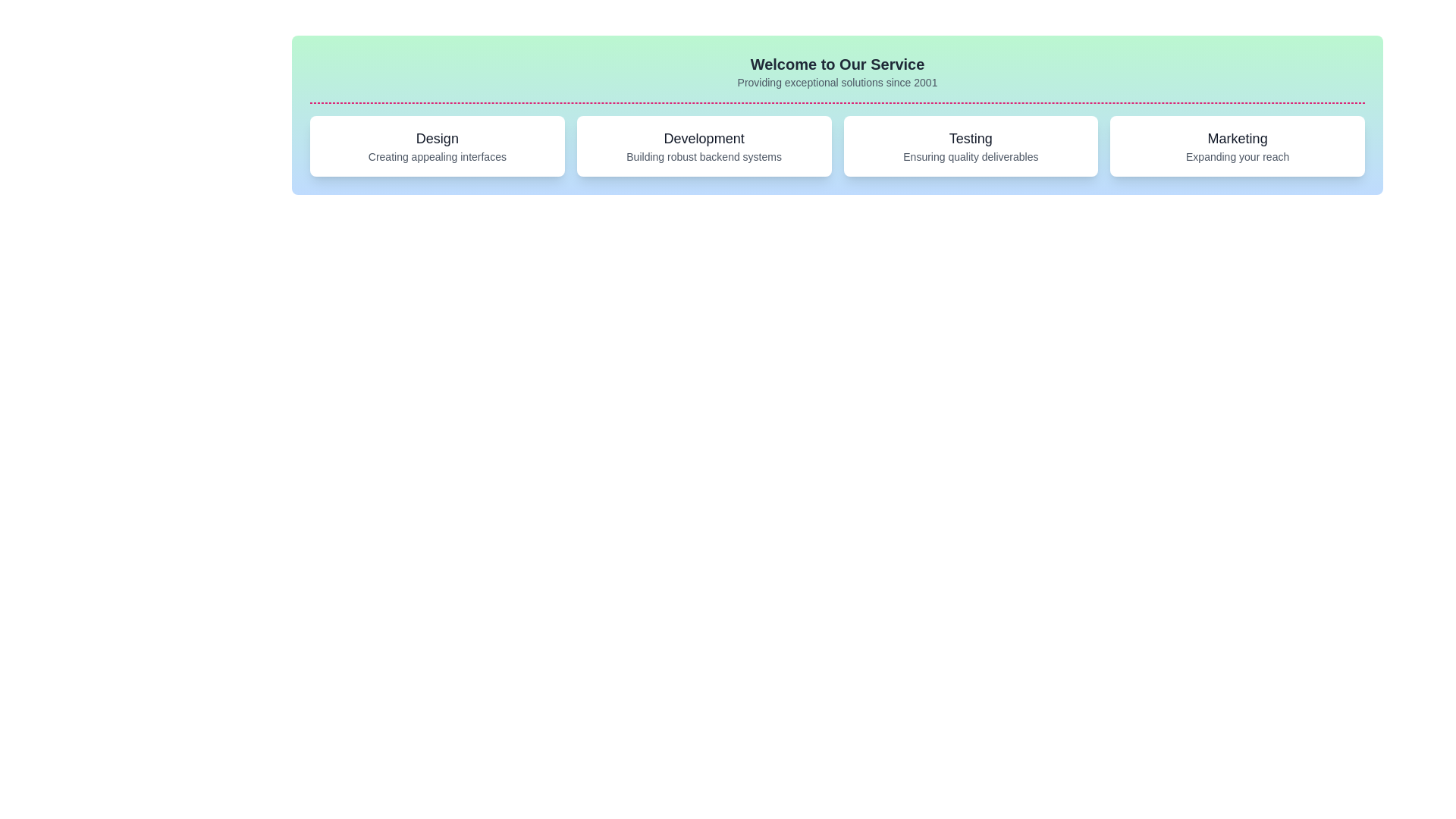 The image size is (1456, 819). I want to click on the text label displaying 'Creating appealing interfaces', which is located under the 'Design' header within the card layout, so click(436, 157).